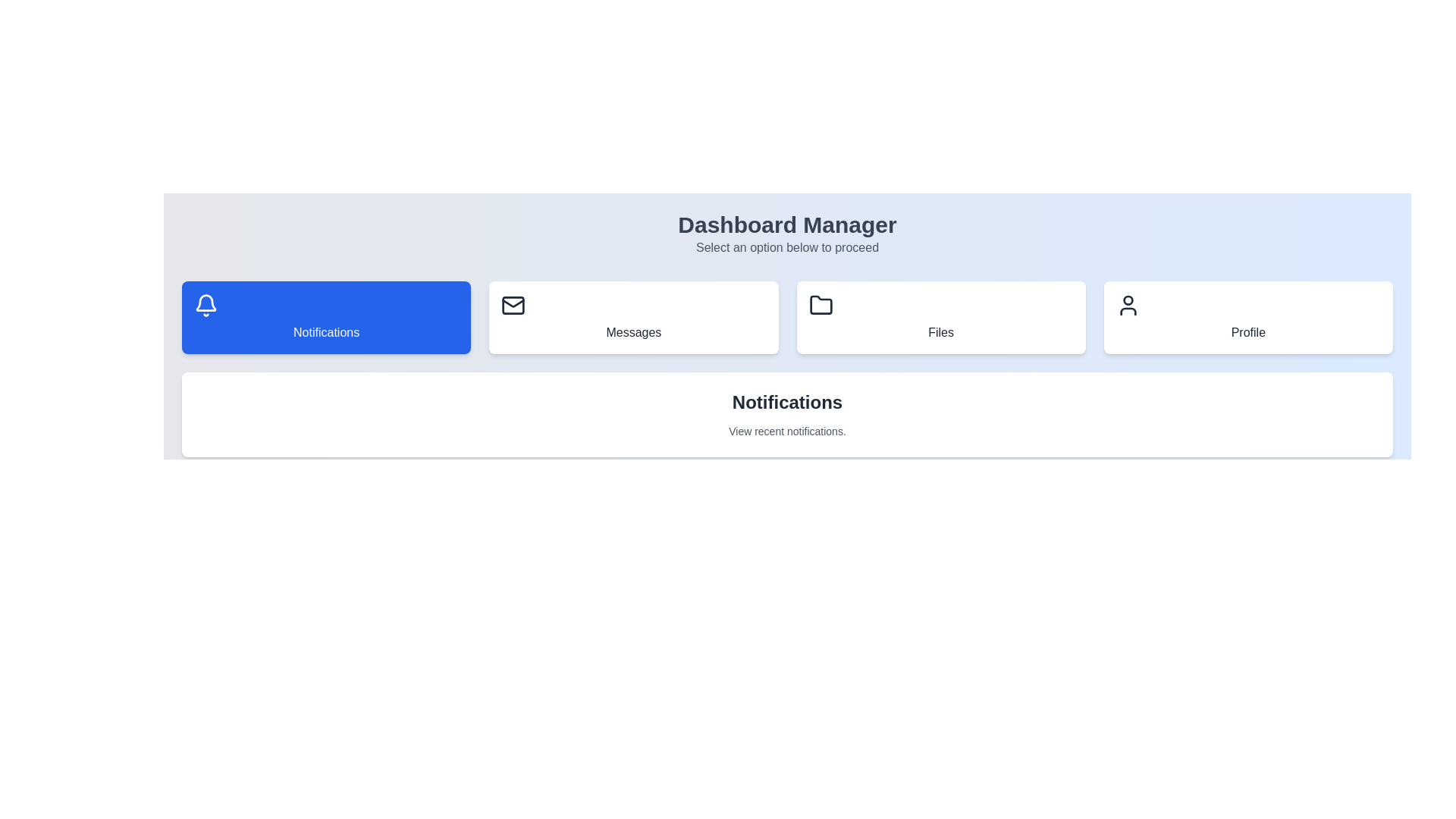  I want to click on the notification bell icon located in the top-left section of the blue 'Notifications' button, so click(206, 303).